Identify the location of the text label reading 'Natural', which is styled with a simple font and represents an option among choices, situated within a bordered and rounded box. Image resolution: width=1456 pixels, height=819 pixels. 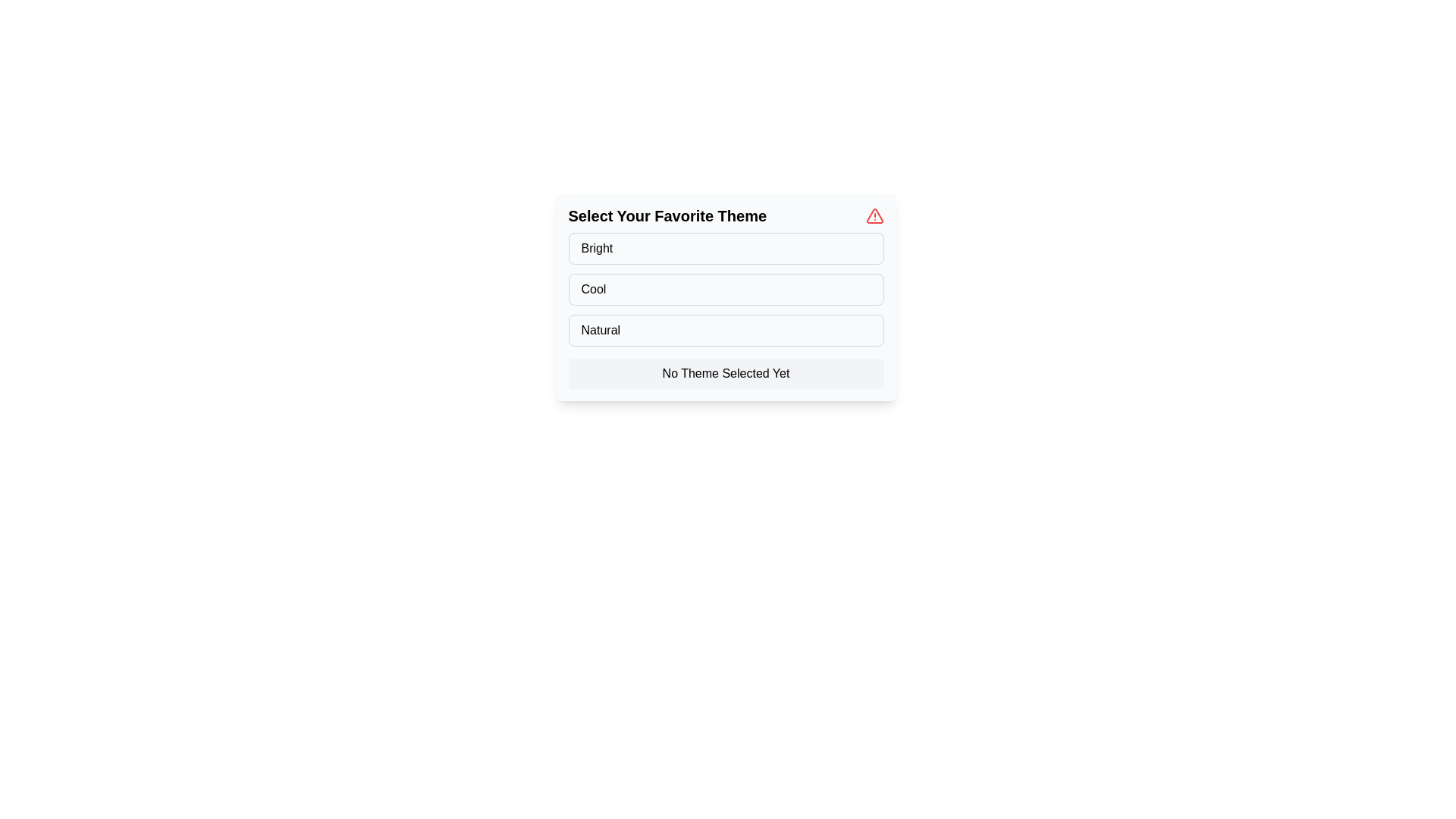
(600, 329).